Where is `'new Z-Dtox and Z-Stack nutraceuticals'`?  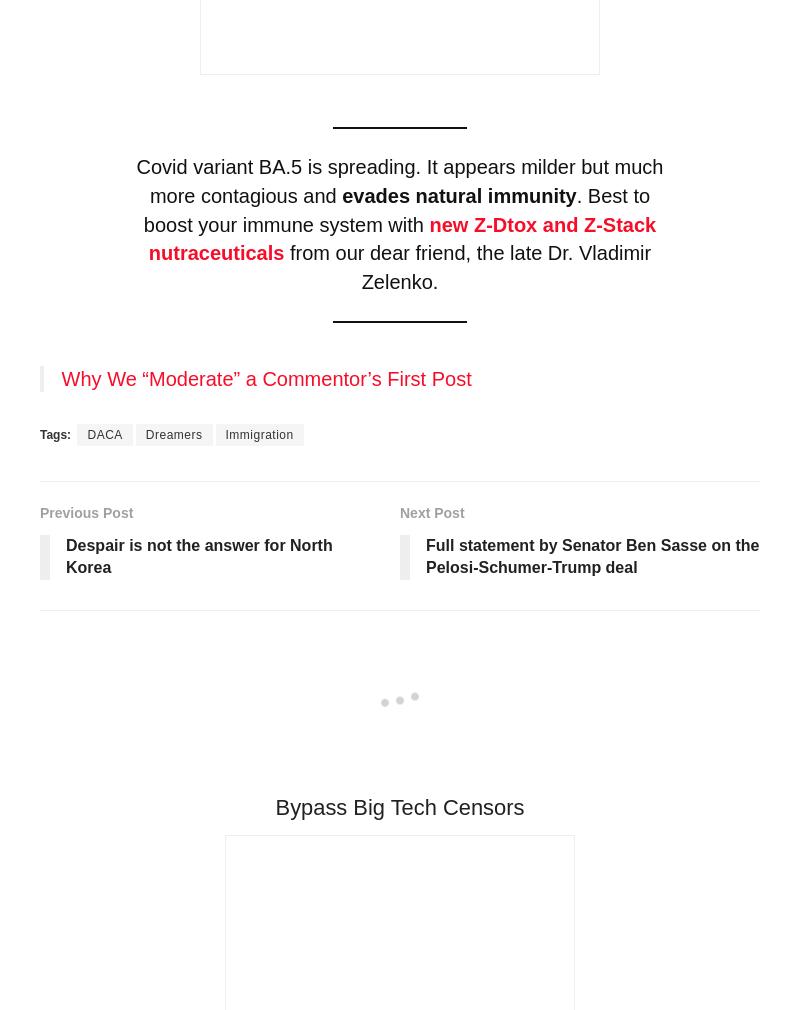
'new Z-Dtox and Z-Stack nutraceuticals' is located at coordinates (401, 237).